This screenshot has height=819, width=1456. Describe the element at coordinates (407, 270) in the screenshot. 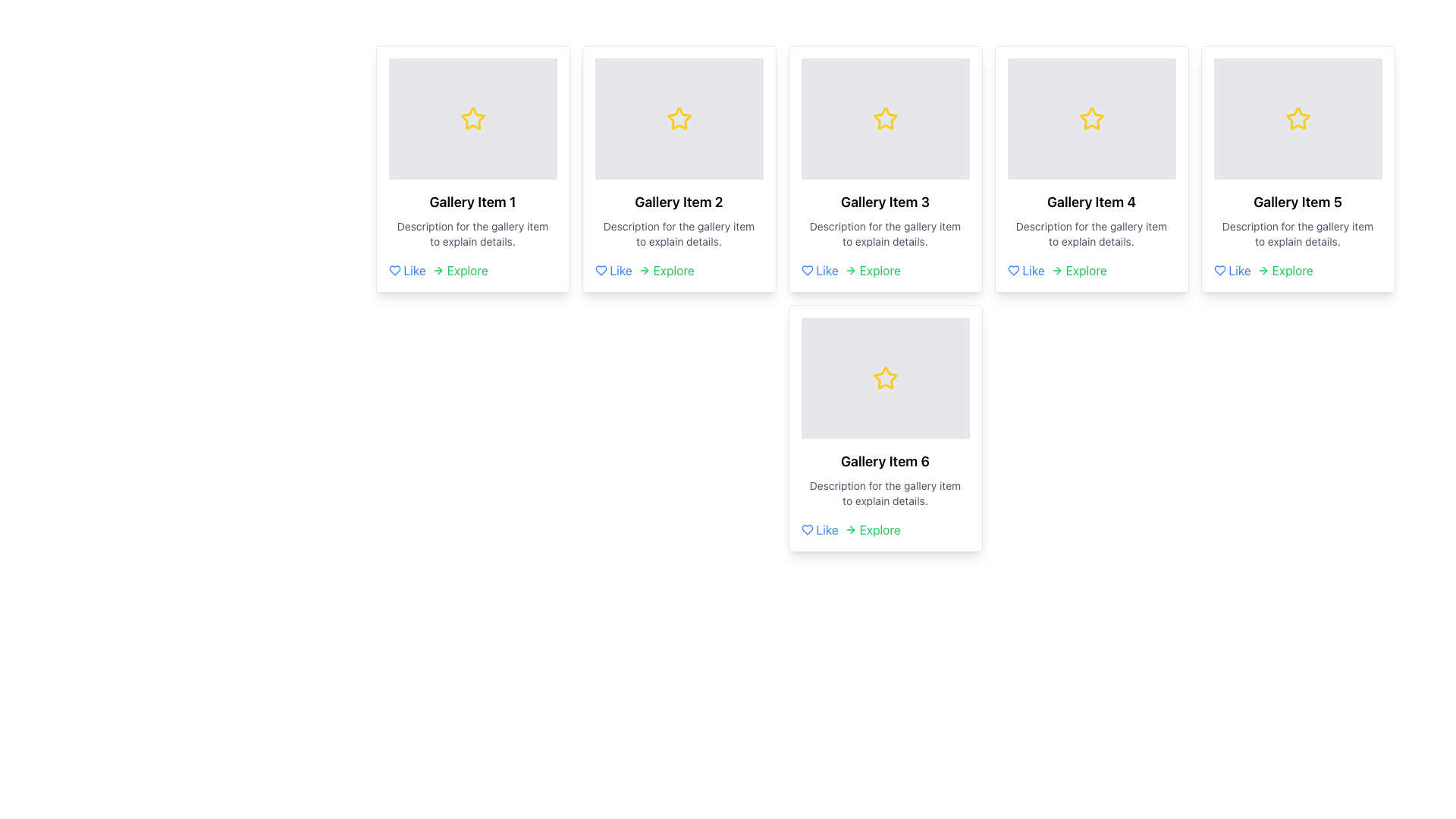

I see `the clickable link at the bottom-left of the first gallery card` at that location.